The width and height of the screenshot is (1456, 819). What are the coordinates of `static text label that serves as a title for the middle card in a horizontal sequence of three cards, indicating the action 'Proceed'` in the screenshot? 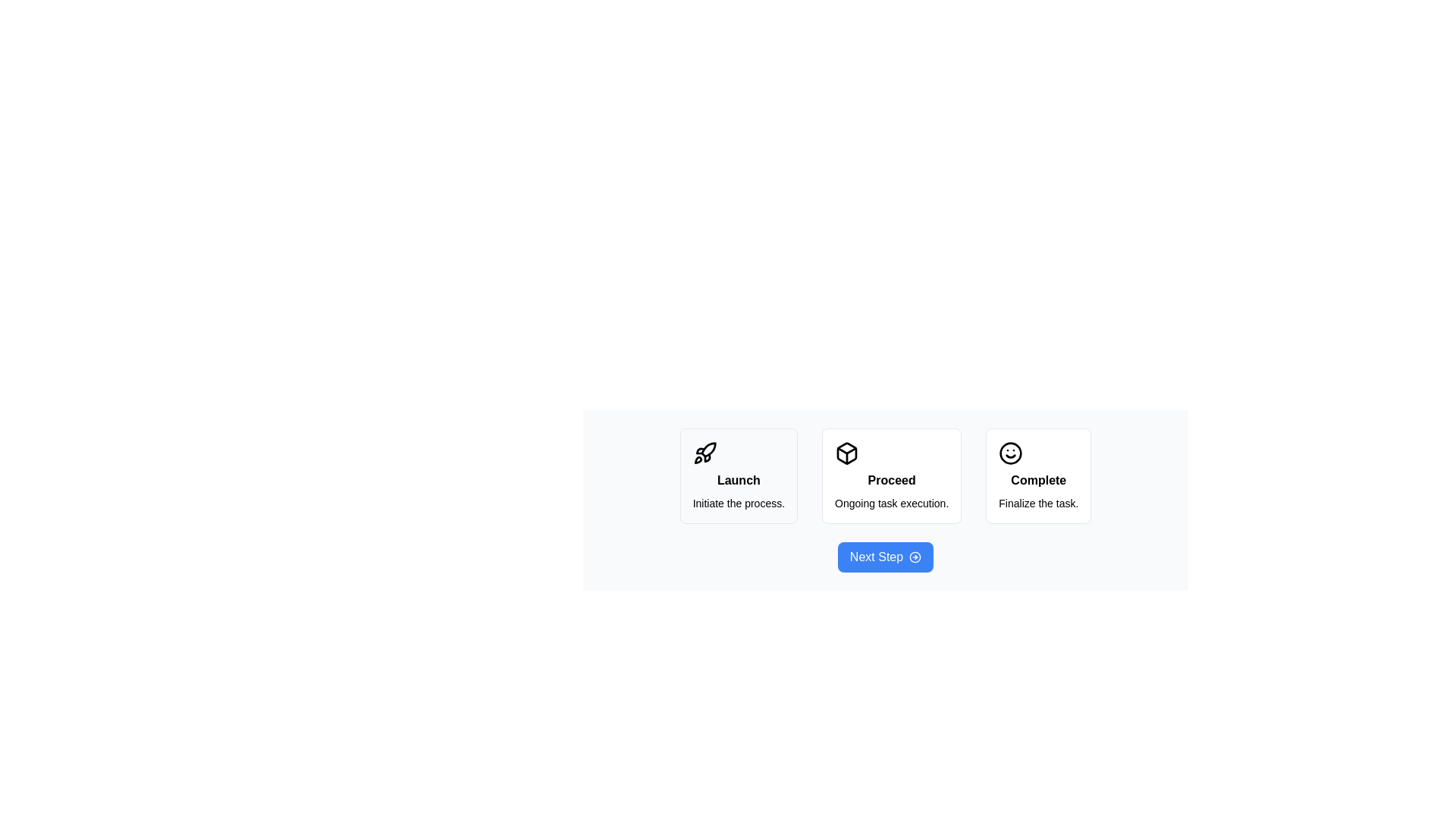 It's located at (892, 480).